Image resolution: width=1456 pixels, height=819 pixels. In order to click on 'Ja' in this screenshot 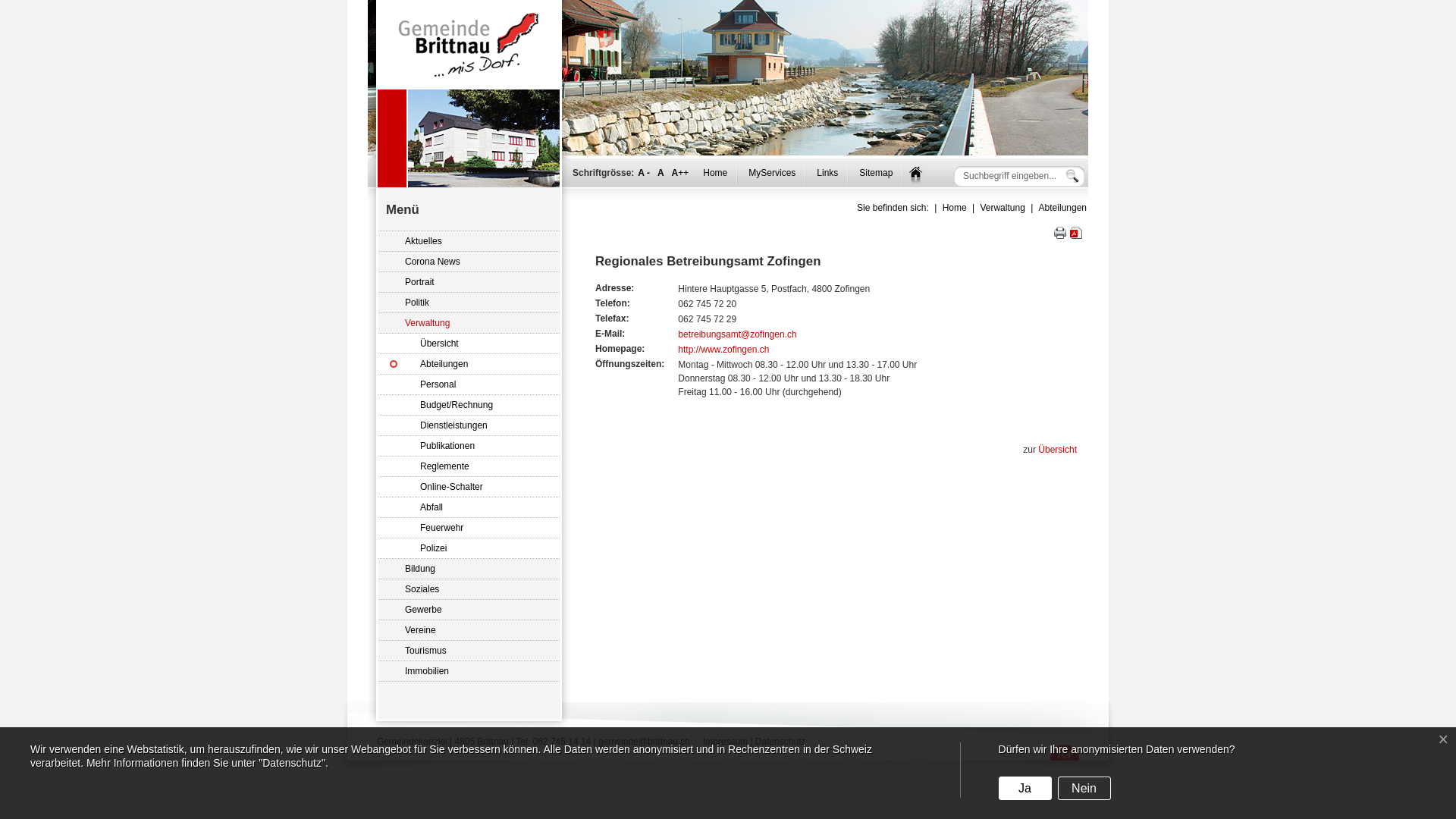, I will do `click(1025, 787)`.